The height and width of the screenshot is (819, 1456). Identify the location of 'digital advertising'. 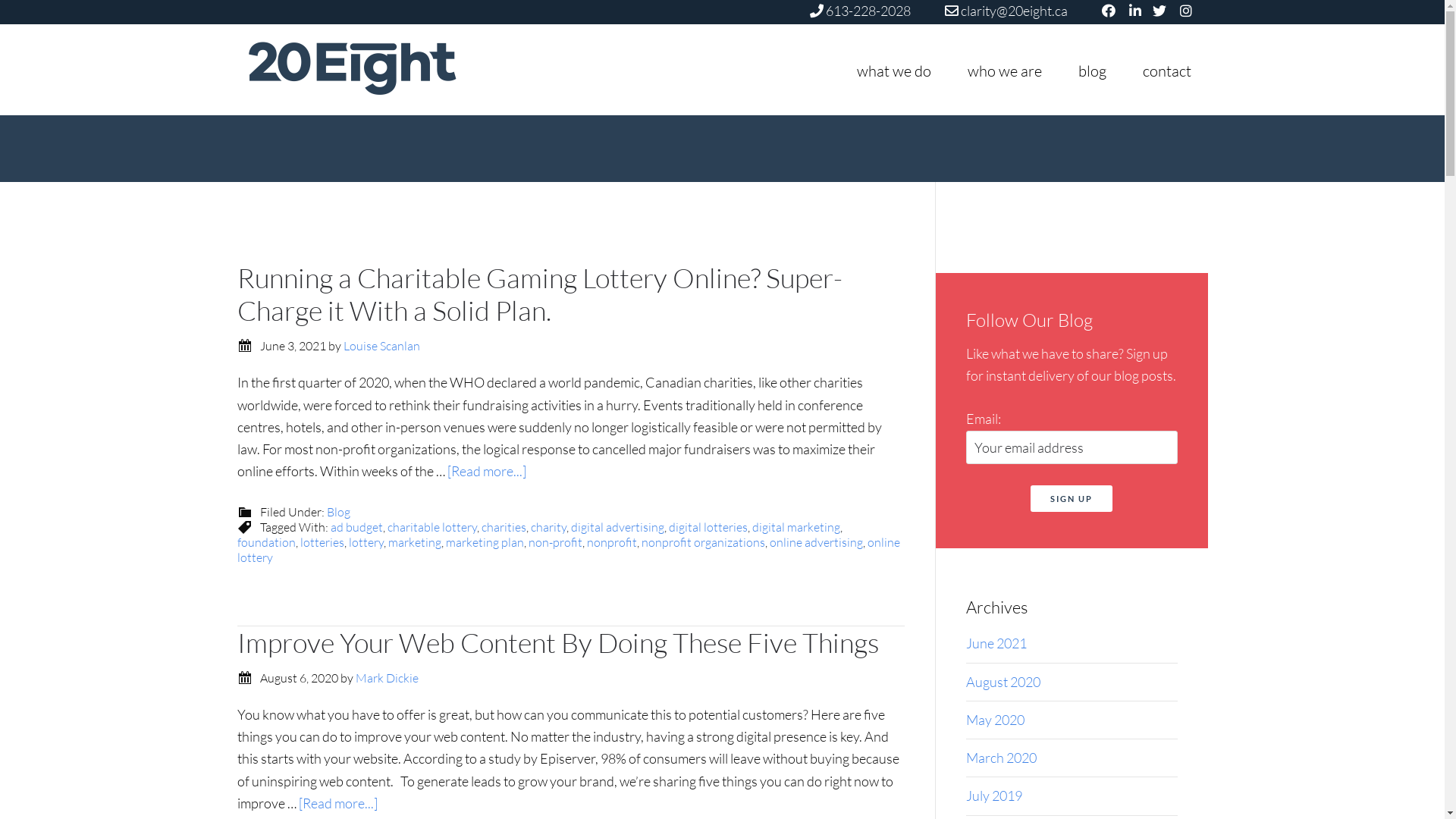
(617, 526).